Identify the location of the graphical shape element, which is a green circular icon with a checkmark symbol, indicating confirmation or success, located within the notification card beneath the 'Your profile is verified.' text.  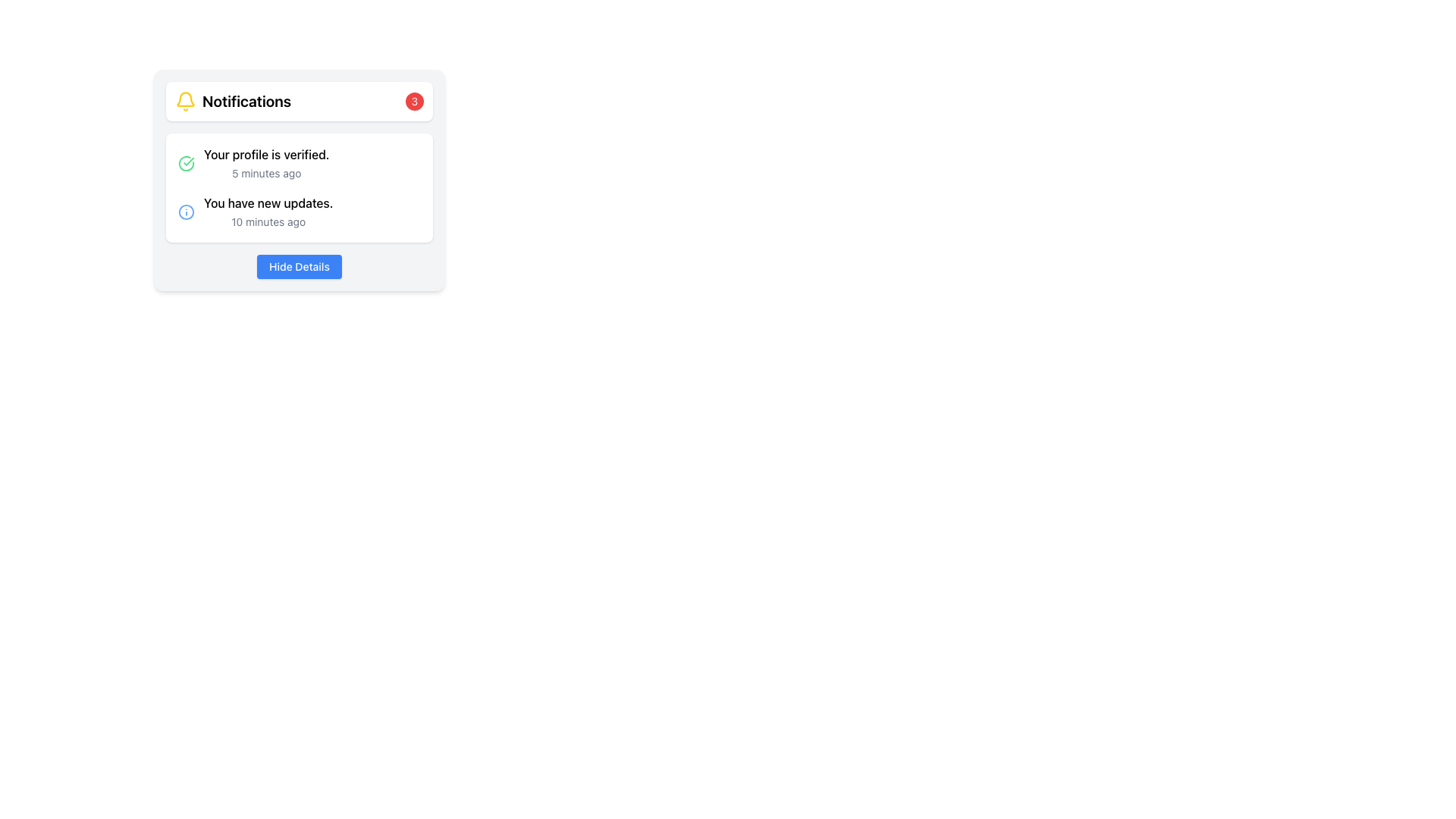
(185, 164).